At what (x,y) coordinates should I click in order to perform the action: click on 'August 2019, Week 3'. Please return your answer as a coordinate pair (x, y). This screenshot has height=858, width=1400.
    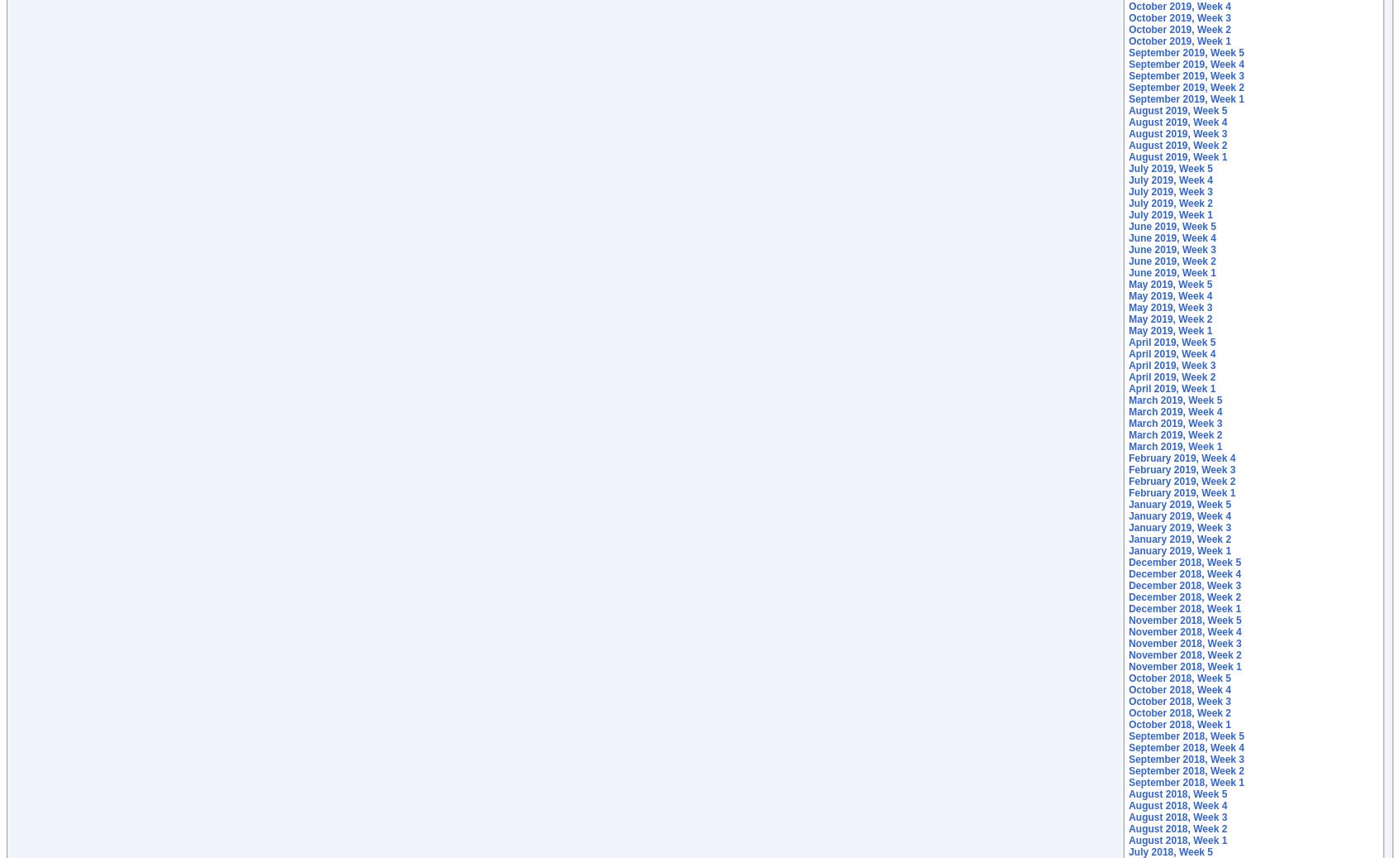
    Looking at the image, I should click on (1177, 132).